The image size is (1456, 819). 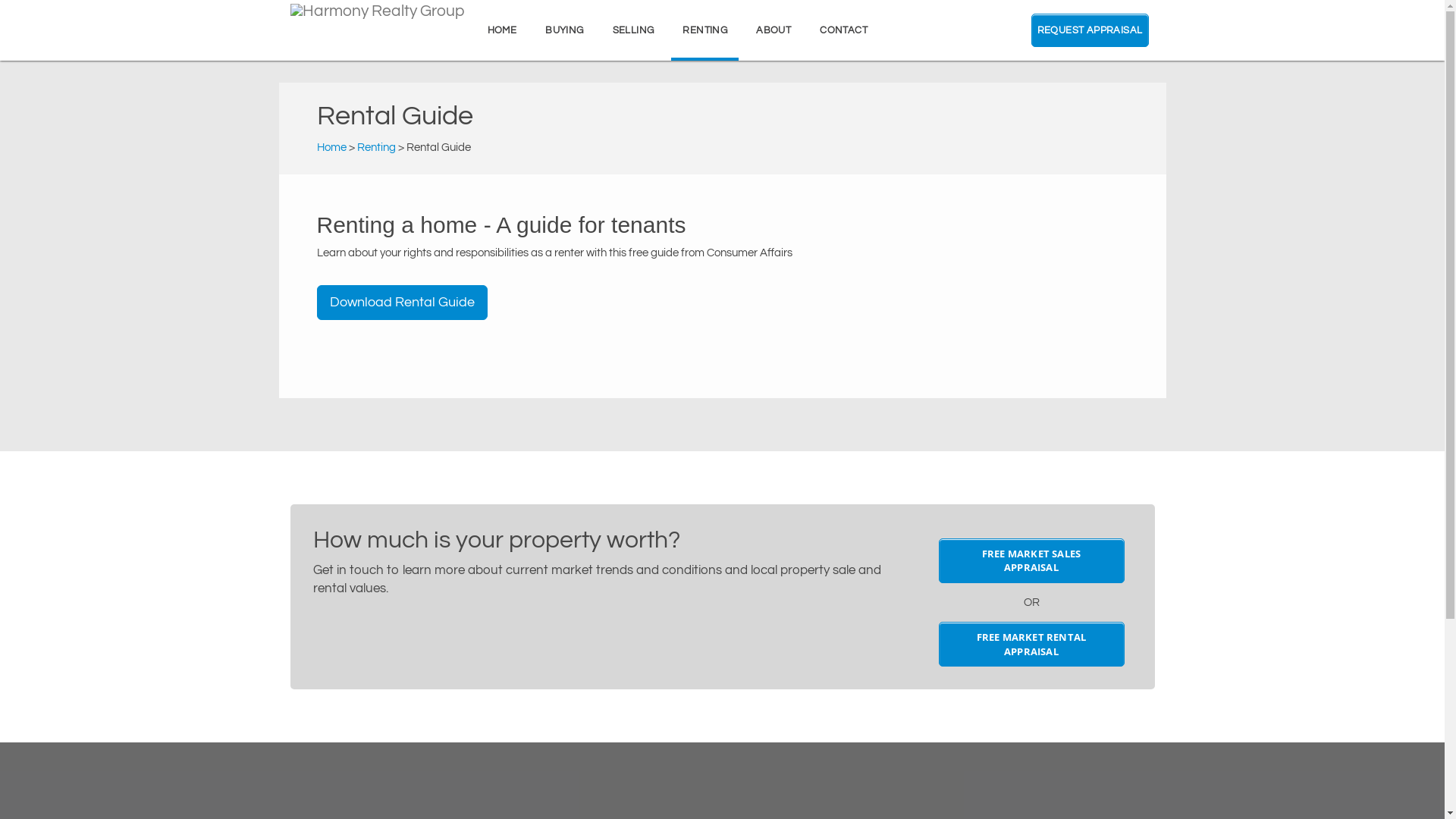 I want to click on 'Home', so click(x=331, y=147).